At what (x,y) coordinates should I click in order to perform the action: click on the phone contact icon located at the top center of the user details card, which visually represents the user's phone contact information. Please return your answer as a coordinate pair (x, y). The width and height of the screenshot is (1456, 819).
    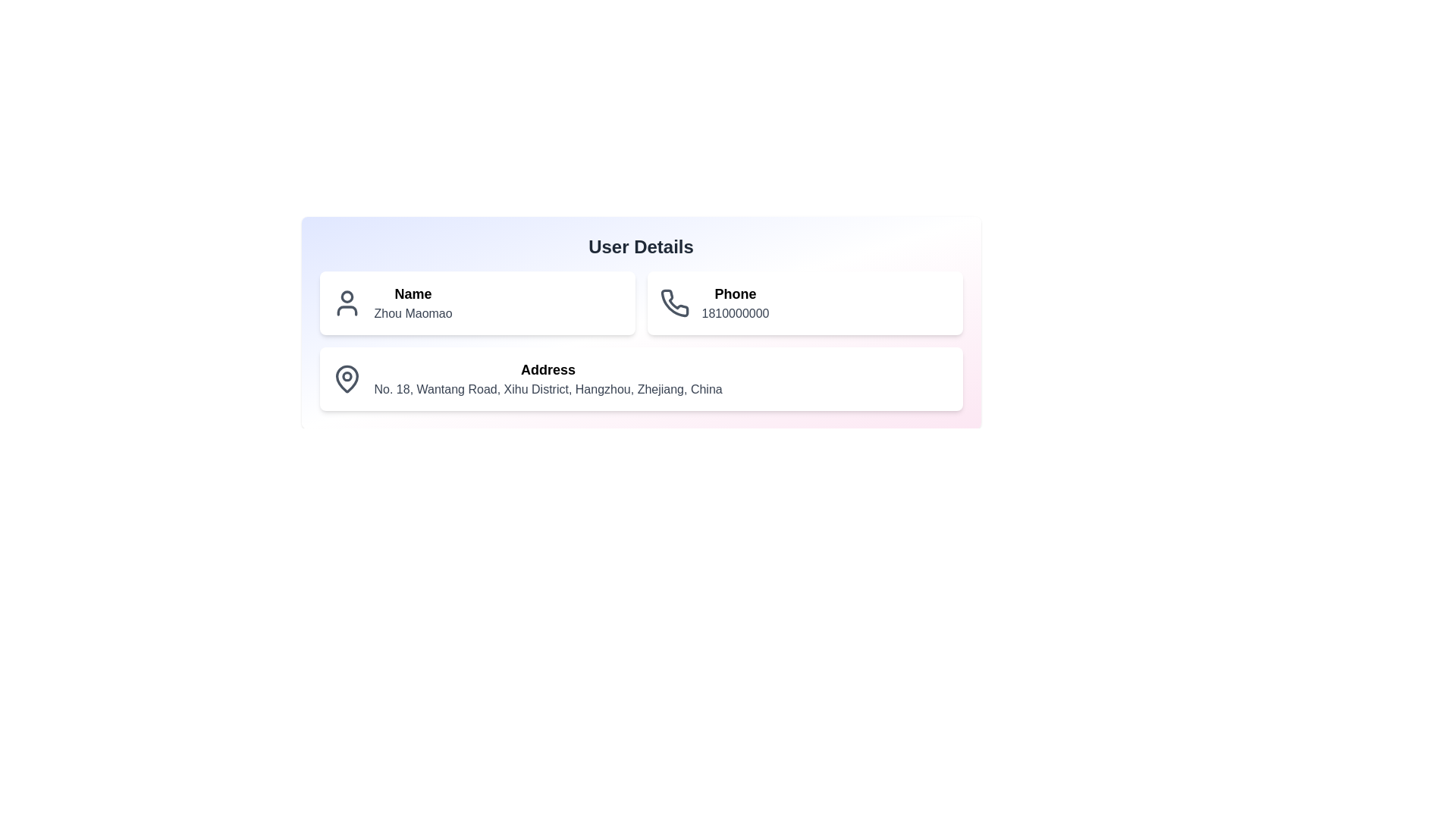
    Looking at the image, I should click on (673, 303).